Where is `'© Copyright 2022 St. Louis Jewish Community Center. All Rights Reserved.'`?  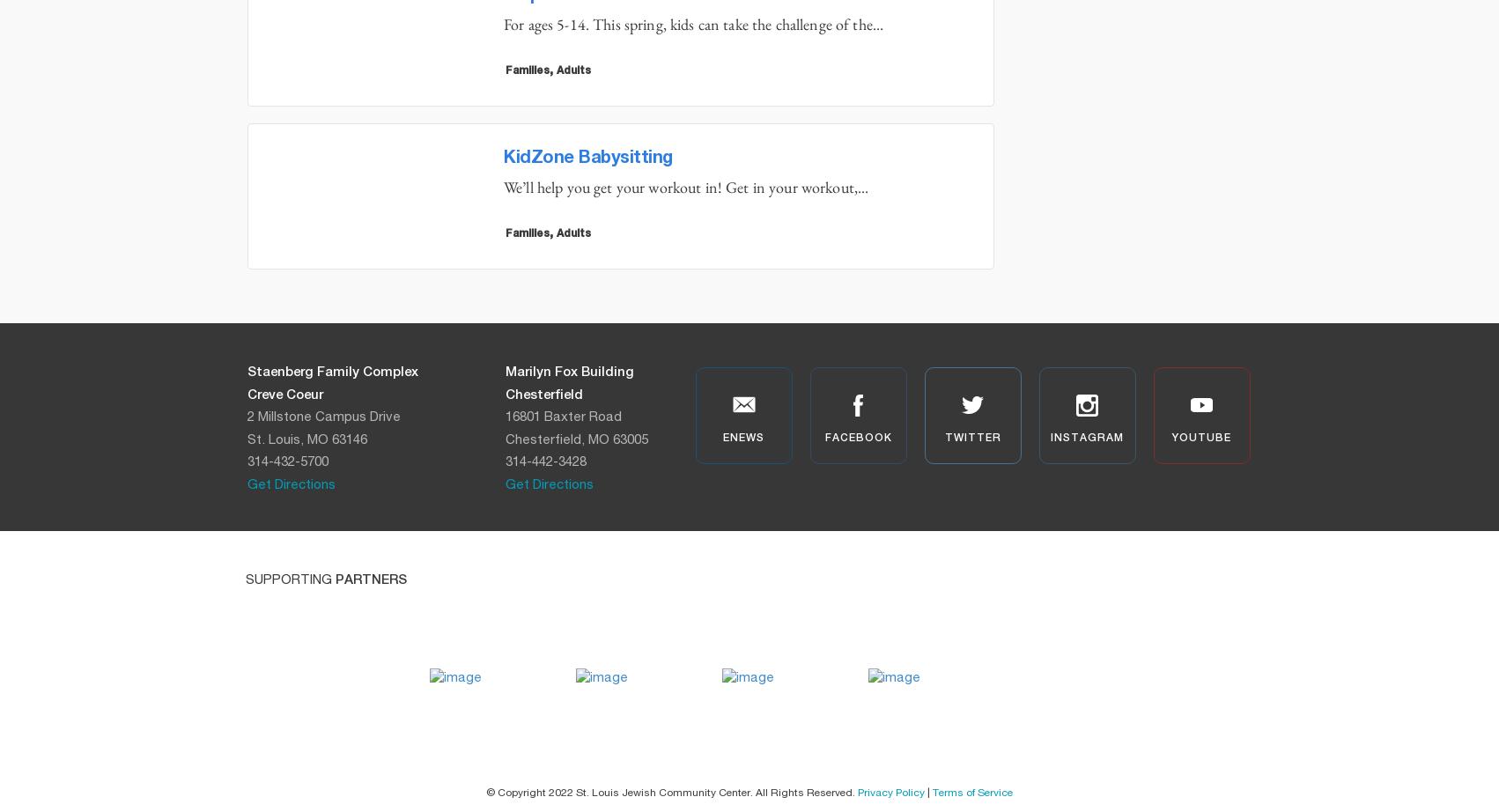 '© Copyright 2022 St. Louis Jewish Community Center. All Rights Reserved.' is located at coordinates (671, 791).